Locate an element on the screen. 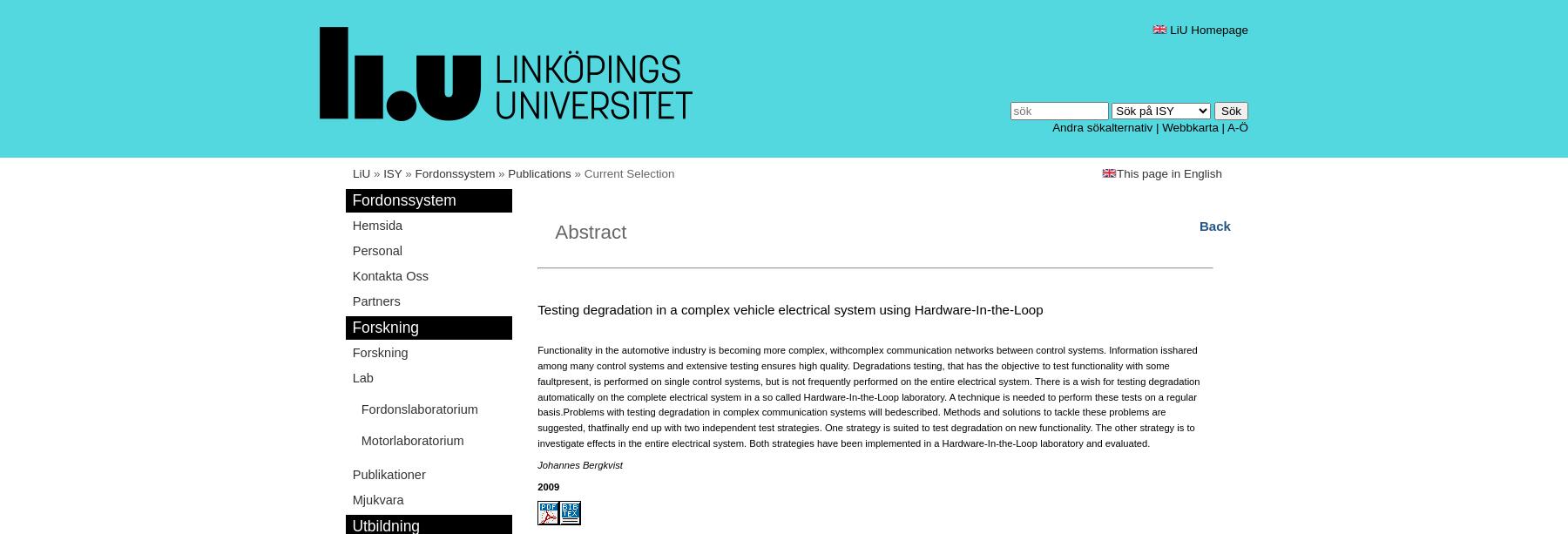 This screenshot has height=534, width=1568. 'Kontakta Oss' is located at coordinates (351, 274).